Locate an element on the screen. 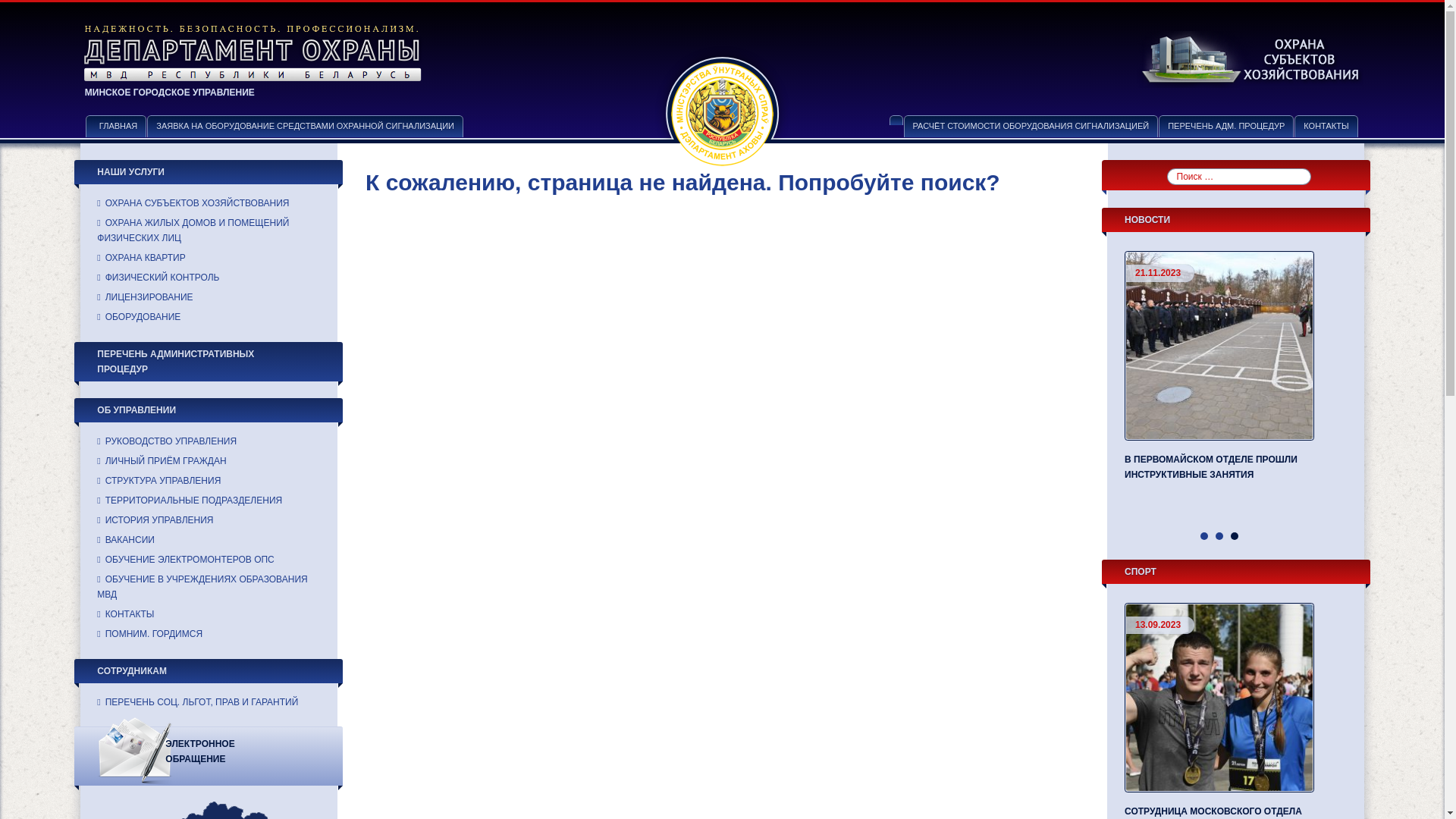 The image size is (1456, 819). '1' is located at coordinates (1203, 535).